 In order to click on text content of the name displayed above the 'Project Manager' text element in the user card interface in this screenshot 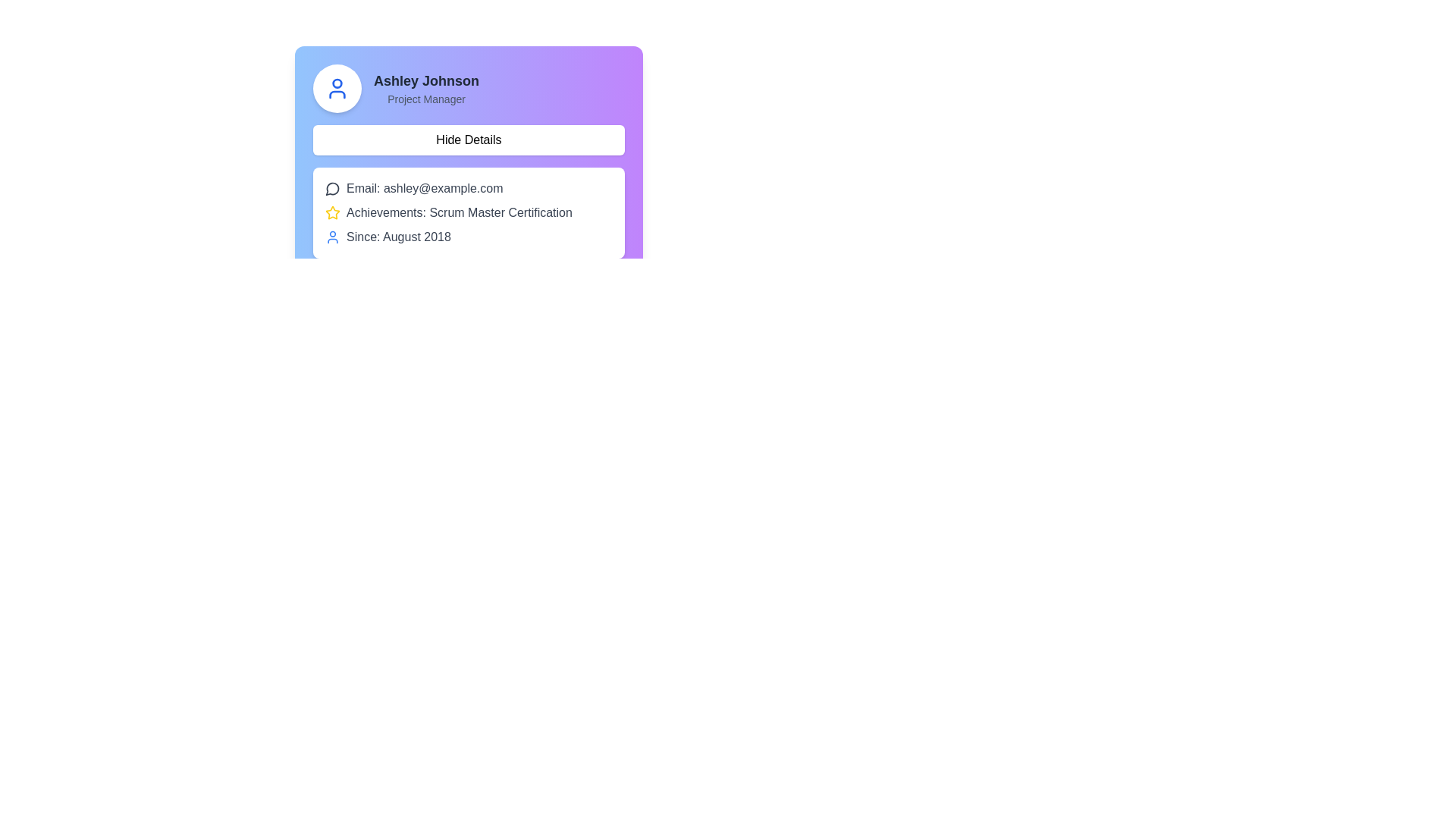, I will do `click(425, 81)`.